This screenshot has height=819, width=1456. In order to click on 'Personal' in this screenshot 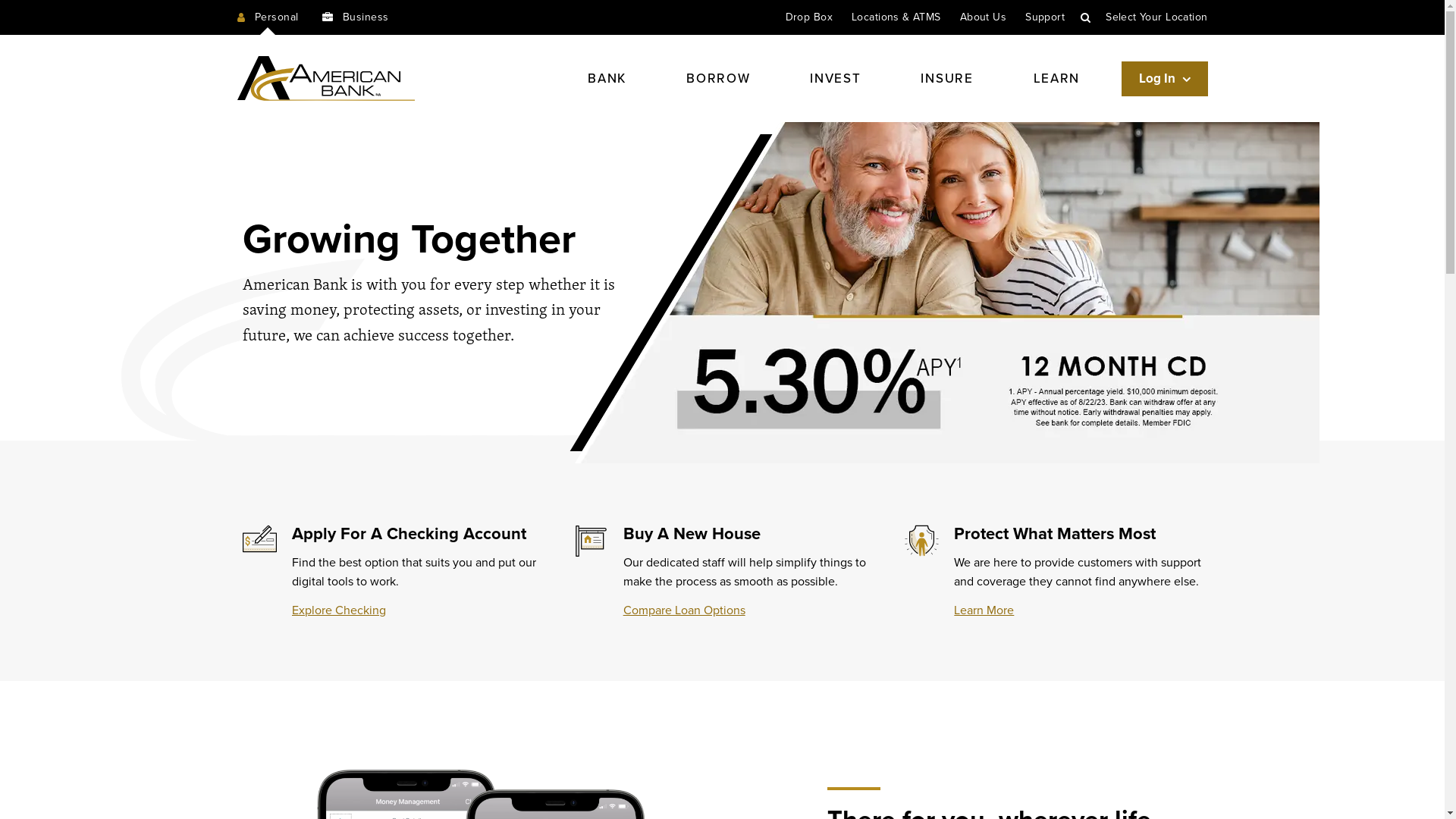, I will do `click(267, 17)`.